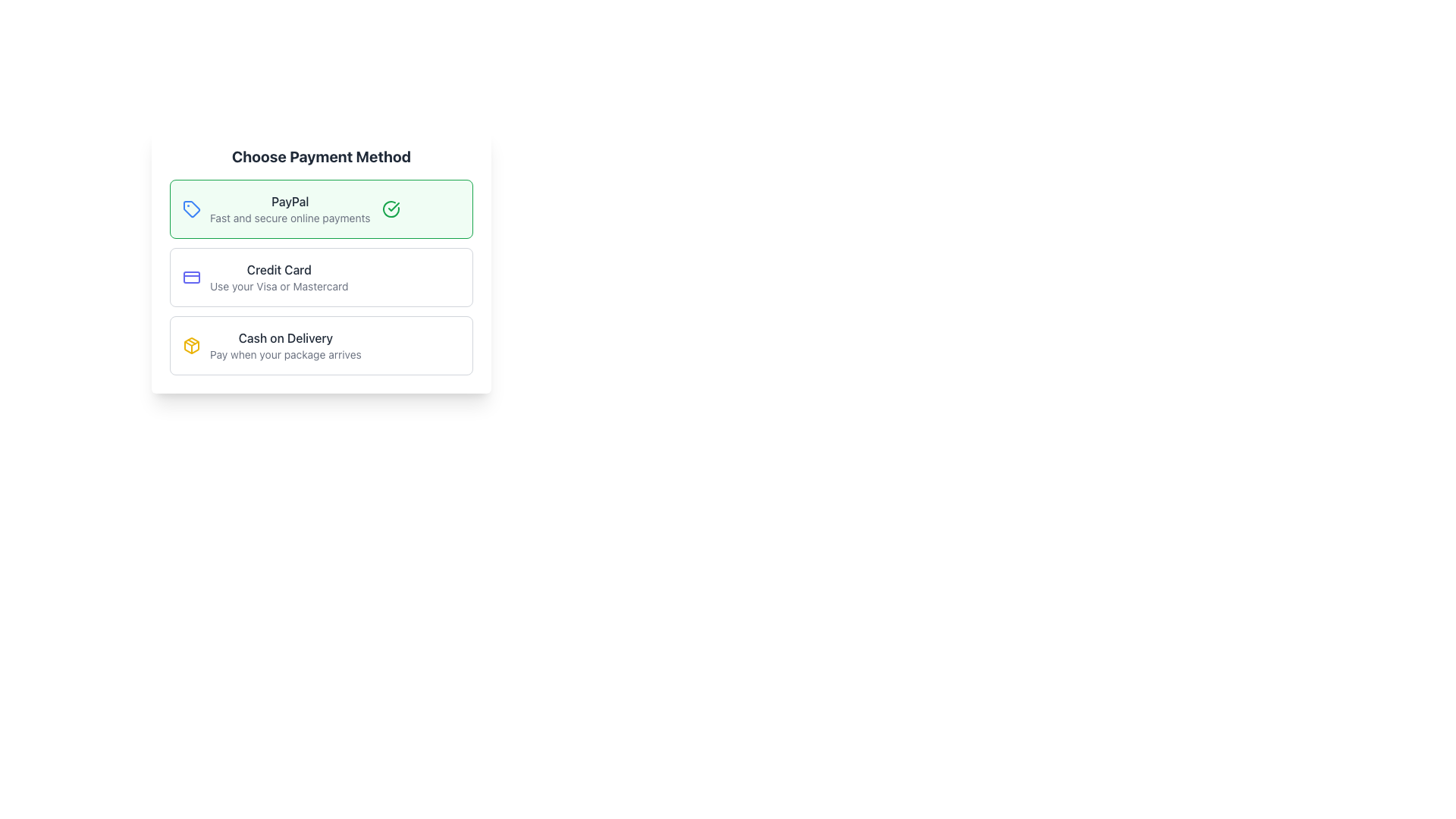  Describe the element at coordinates (191, 209) in the screenshot. I see `the PayPal payment method icon located at the top-left corner of the 'PayPal' option, adjacent to the 'PayPal' label text` at that location.